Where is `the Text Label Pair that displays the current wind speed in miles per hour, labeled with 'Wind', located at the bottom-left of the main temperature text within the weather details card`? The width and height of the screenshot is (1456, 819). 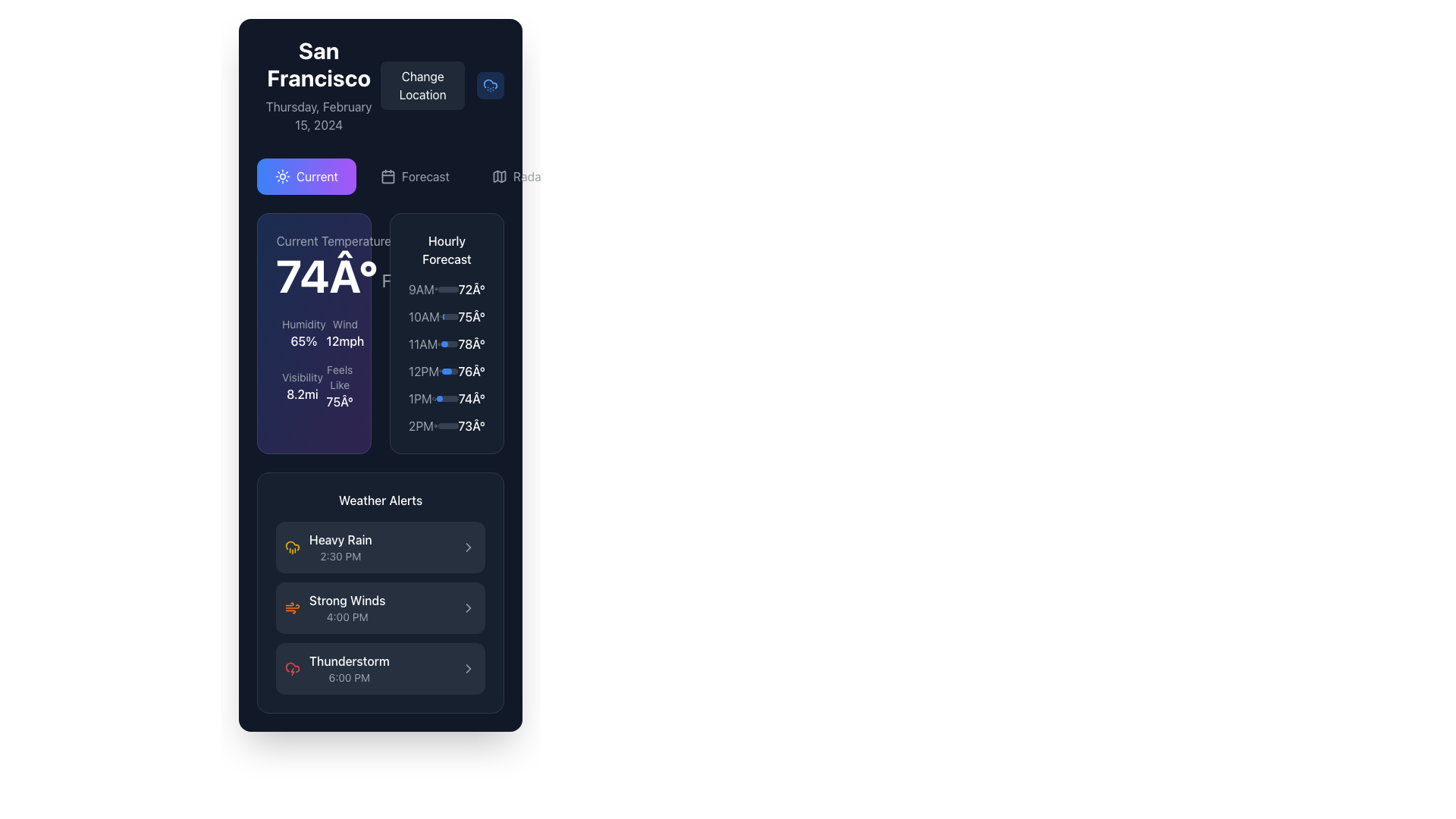 the Text Label Pair that displays the current wind speed in miles per hour, labeled with 'Wind', located at the bottom-left of the main temperature text within the weather details card is located at coordinates (344, 332).